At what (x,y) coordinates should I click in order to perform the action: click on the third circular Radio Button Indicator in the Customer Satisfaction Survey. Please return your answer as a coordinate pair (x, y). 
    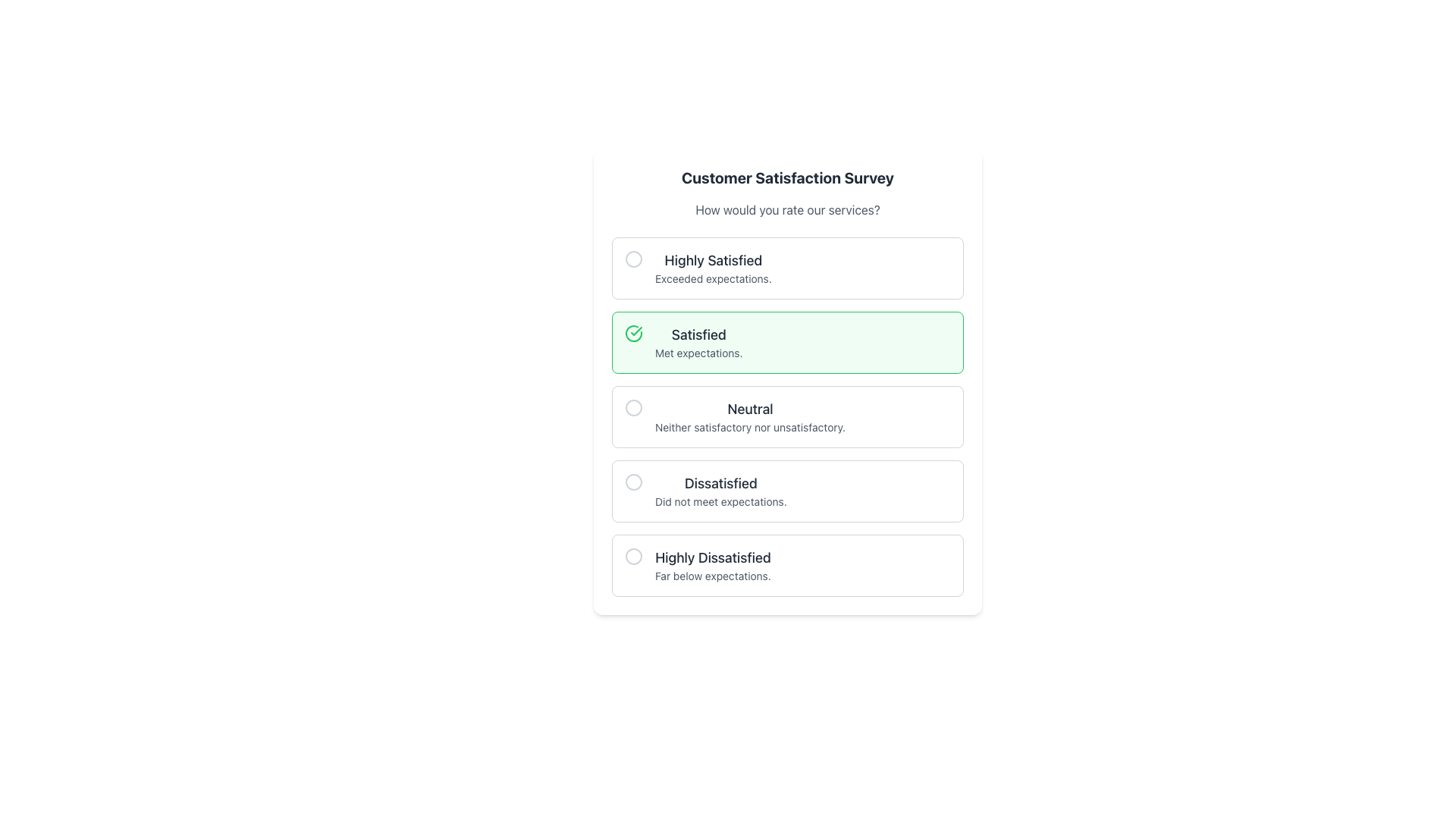
    Looking at the image, I should click on (633, 406).